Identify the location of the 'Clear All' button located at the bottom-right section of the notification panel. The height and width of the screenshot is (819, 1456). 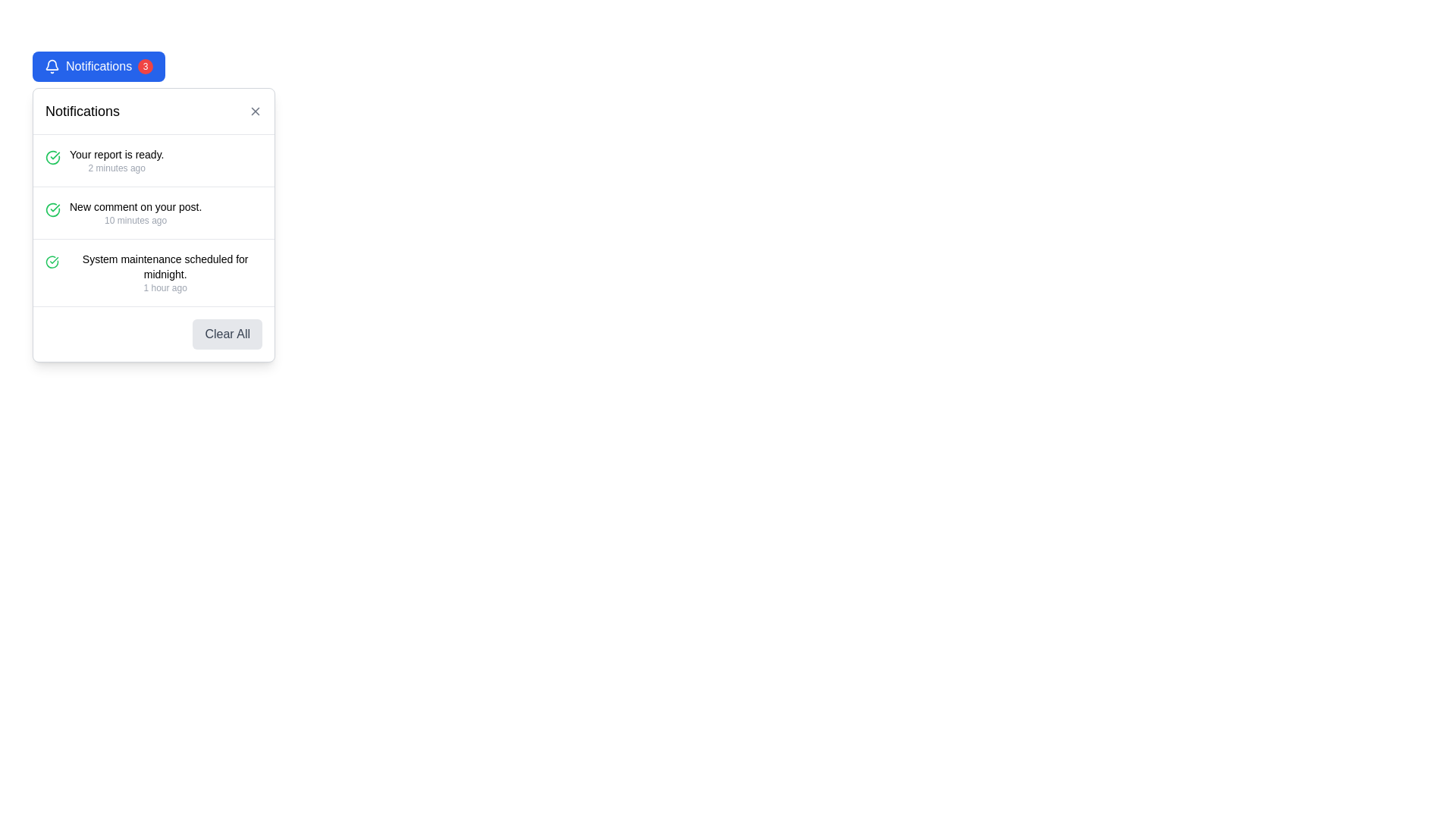
(153, 332).